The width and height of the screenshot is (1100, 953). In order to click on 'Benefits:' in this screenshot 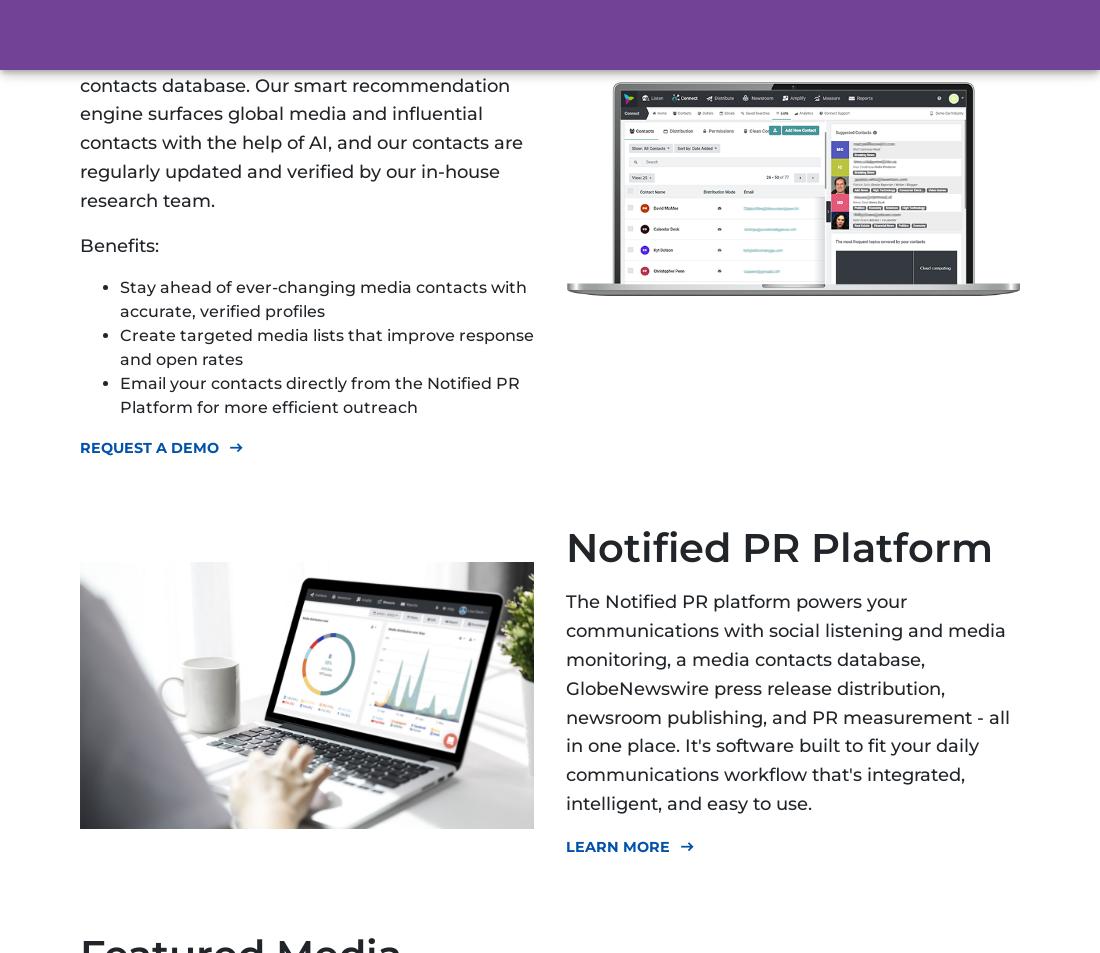, I will do `click(119, 244)`.